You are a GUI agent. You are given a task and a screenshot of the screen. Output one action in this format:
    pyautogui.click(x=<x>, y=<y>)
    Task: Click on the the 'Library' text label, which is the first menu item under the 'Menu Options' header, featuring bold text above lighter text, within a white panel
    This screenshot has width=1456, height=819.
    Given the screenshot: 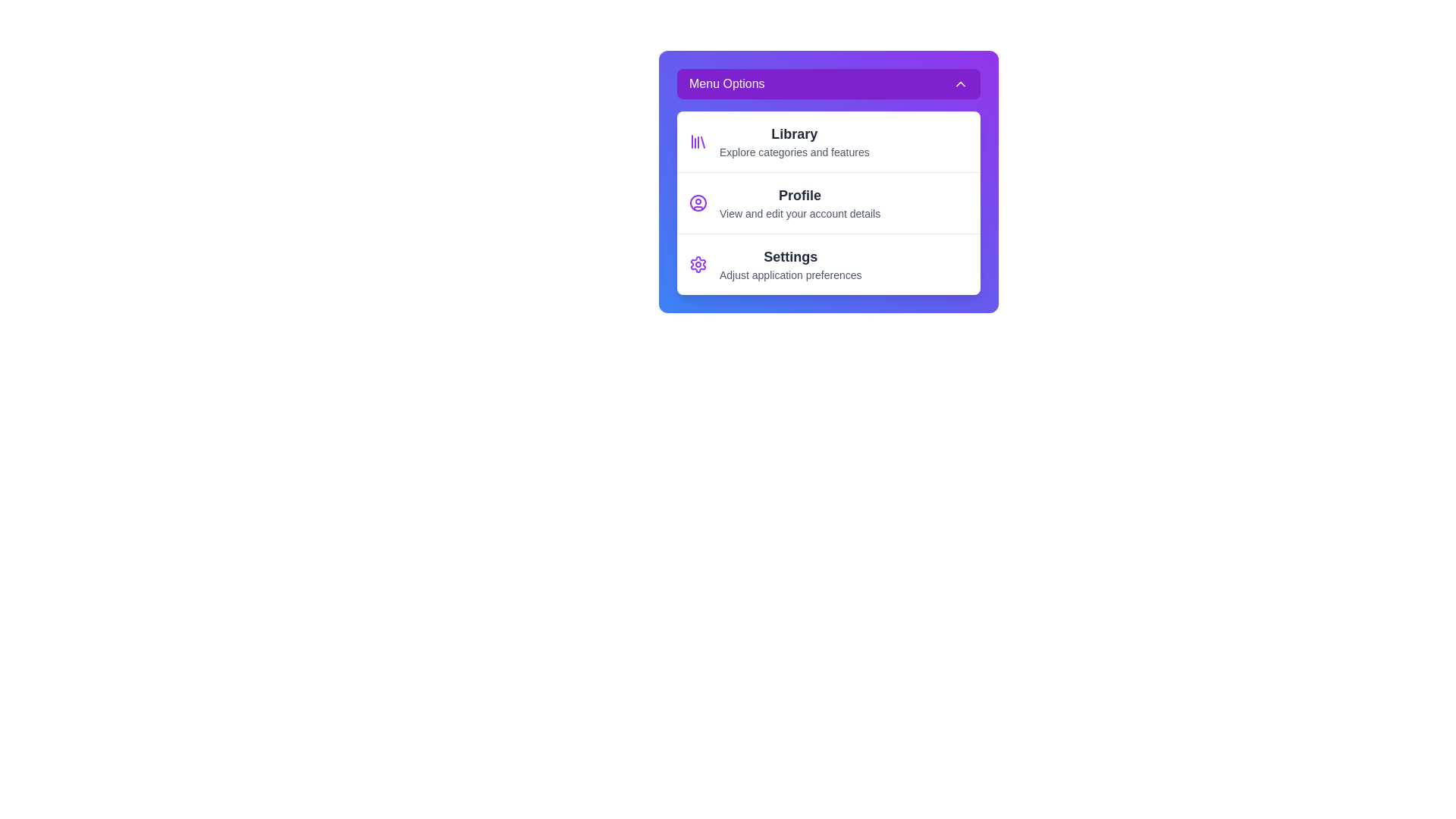 What is the action you would take?
    pyautogui.click(x=793, y=141)
    